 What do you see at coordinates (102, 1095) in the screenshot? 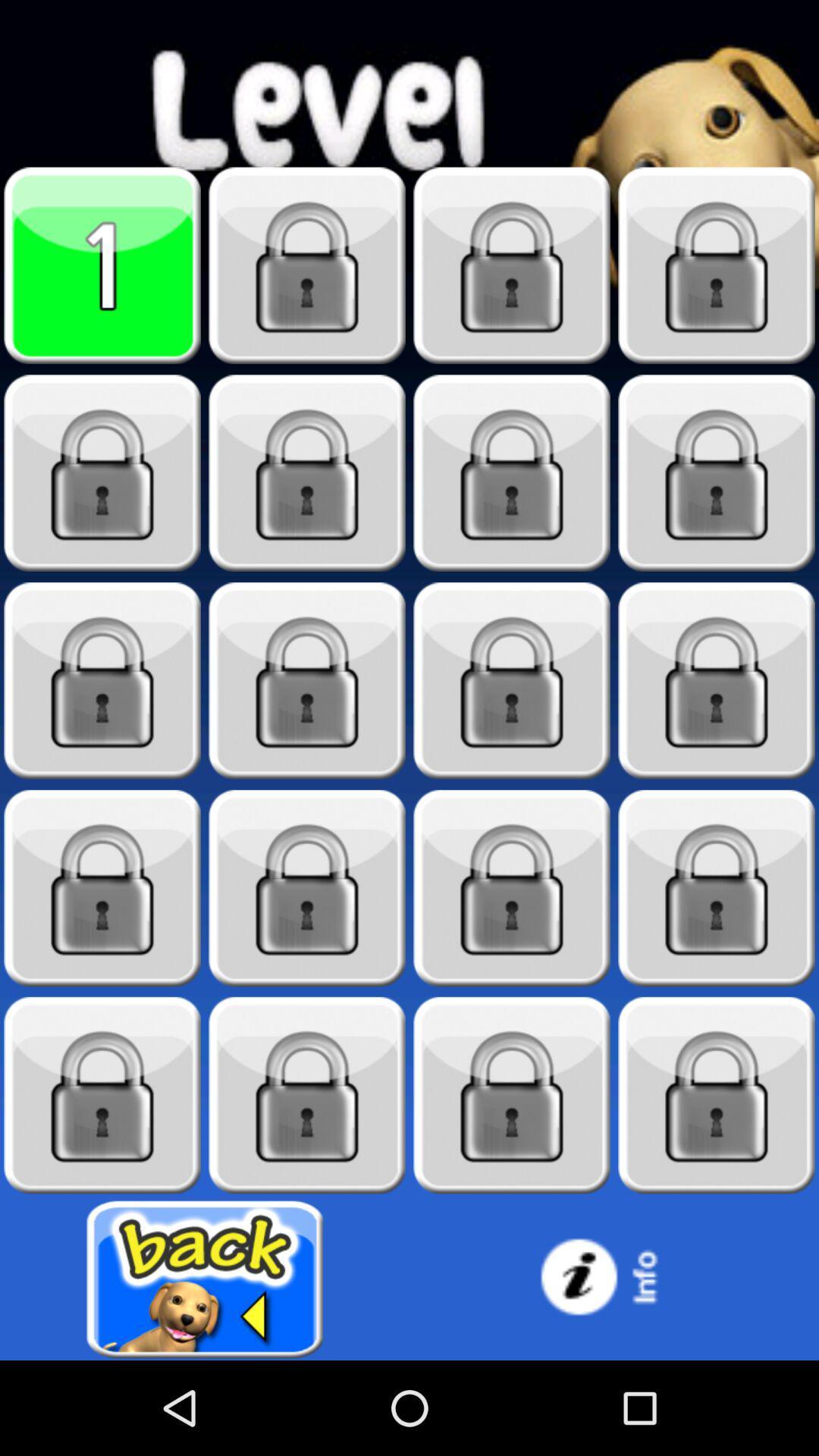
I see `level` at bounding box center [102, 1095].